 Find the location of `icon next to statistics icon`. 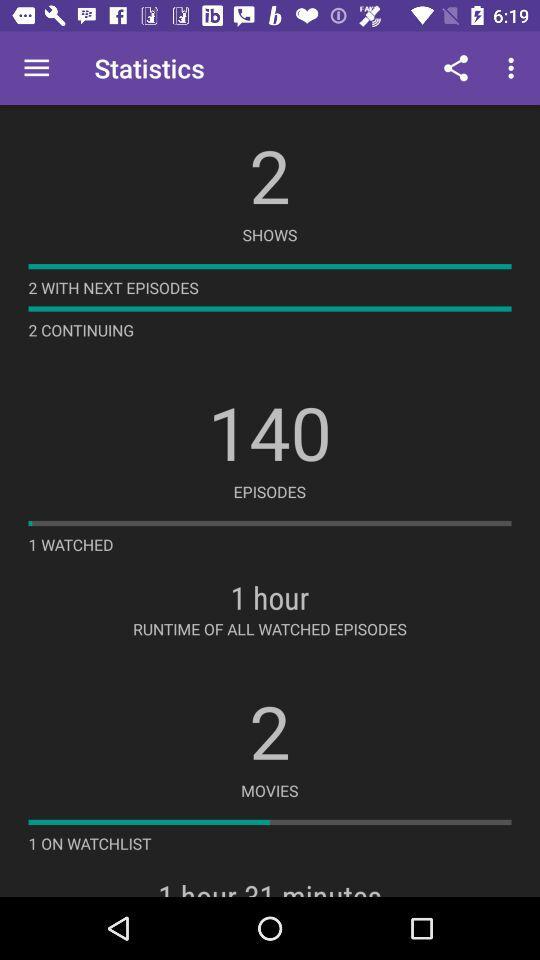

icon next to statistics icon is located at coordinates (455, 68).